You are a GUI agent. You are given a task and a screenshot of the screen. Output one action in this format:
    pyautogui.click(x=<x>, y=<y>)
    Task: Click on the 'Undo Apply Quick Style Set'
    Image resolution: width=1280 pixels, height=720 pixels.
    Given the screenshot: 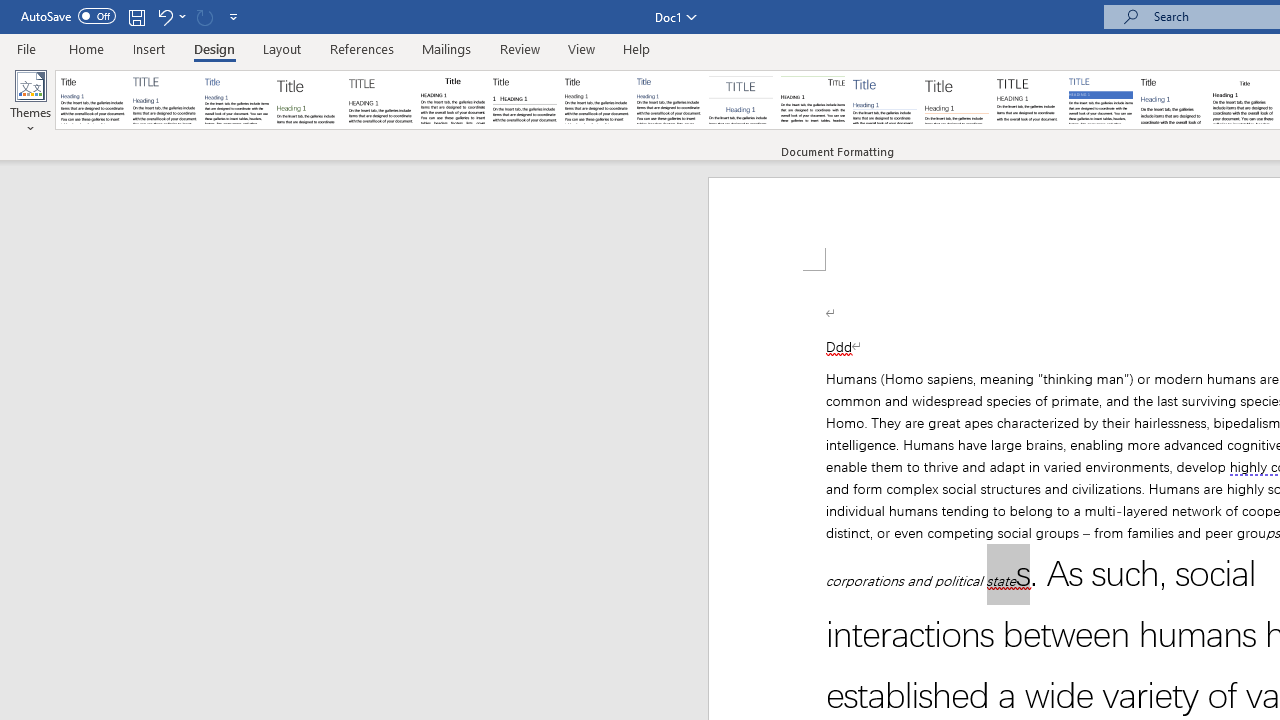 What is the action you would take?
    pyautogui.click(x=170, y=16)
    